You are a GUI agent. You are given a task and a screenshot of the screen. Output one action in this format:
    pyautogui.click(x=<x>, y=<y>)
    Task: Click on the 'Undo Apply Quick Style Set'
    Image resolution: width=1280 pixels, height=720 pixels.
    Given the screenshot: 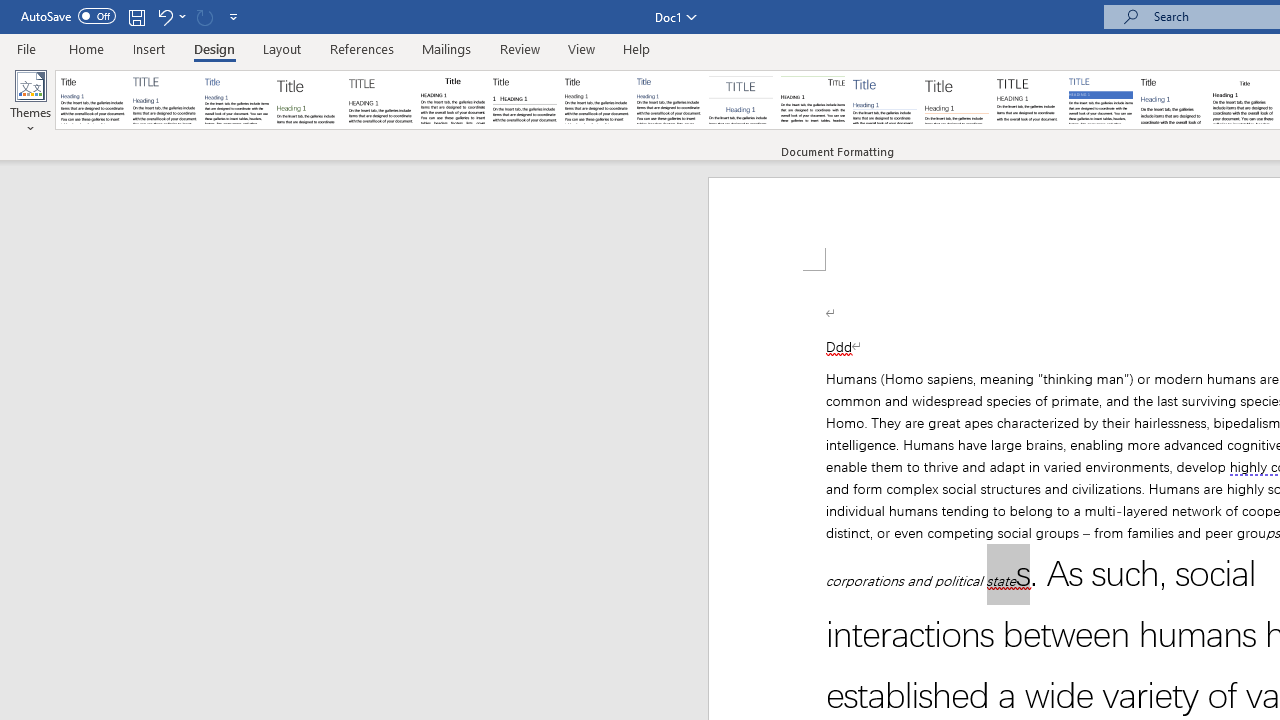 What is the action you would take?
    pyautogui.click(x=170, y=16)
    